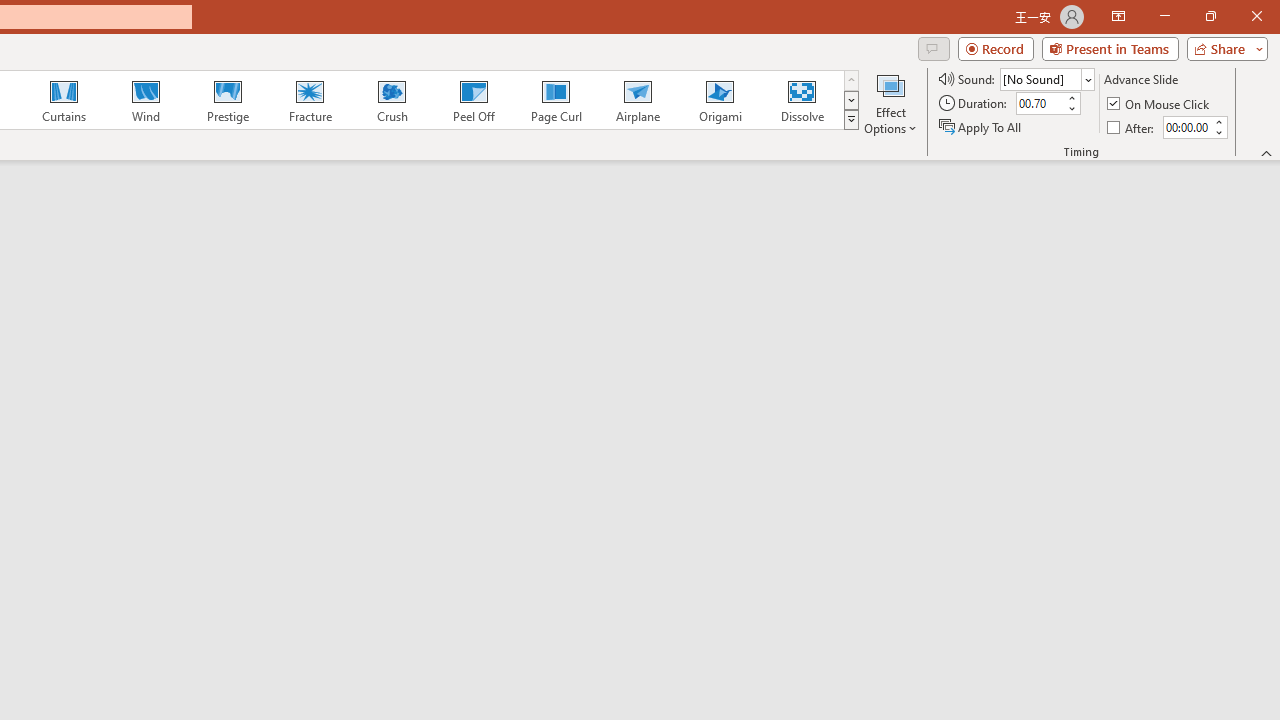 This screenshot has height=720, width=1280. I want to click on 'Wind', so click(144, 100).